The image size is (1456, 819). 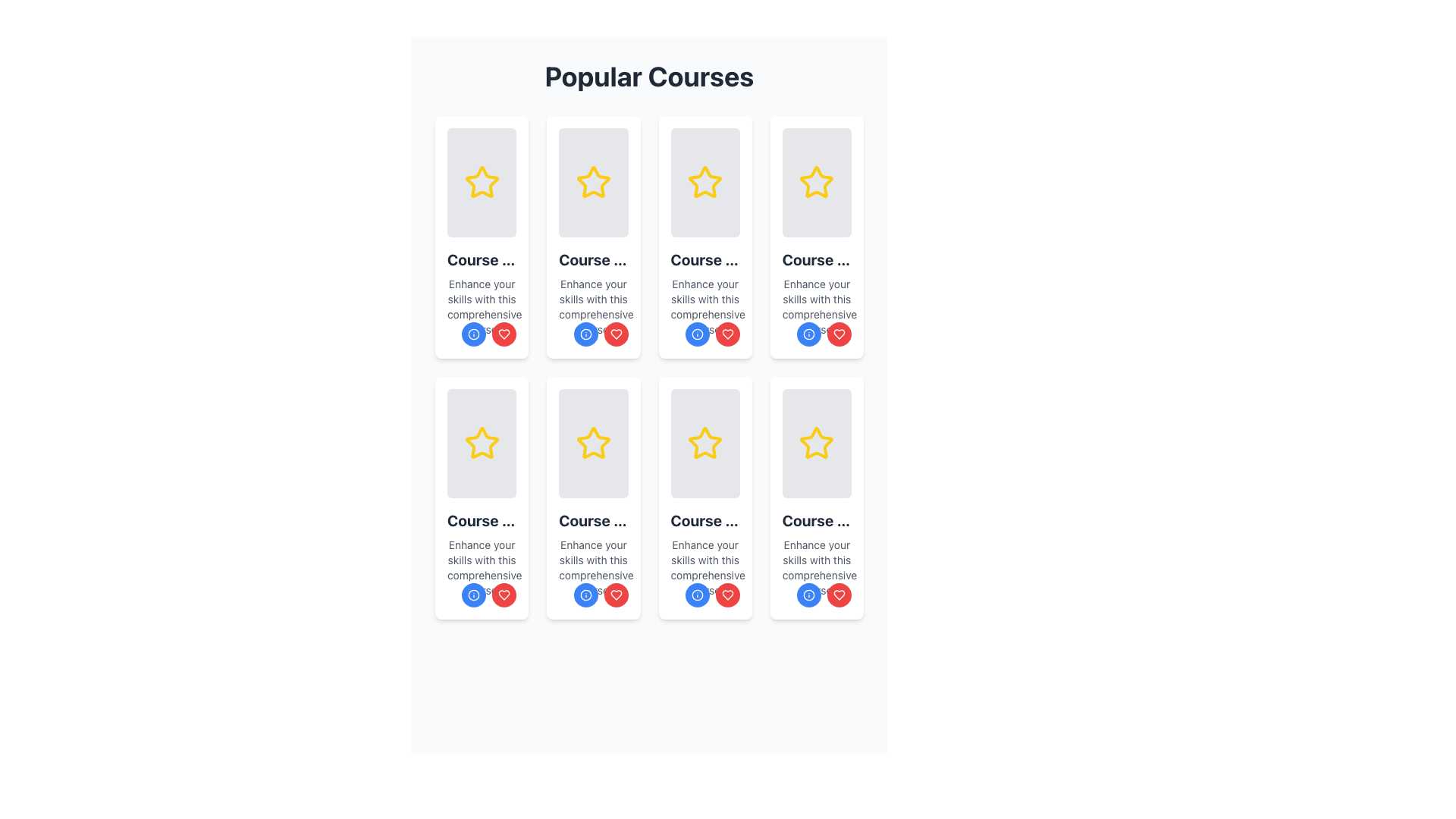 I want to click on the second button in the horizontal stack located at the bottom right corner of the course card, so click(x=711, y=595).